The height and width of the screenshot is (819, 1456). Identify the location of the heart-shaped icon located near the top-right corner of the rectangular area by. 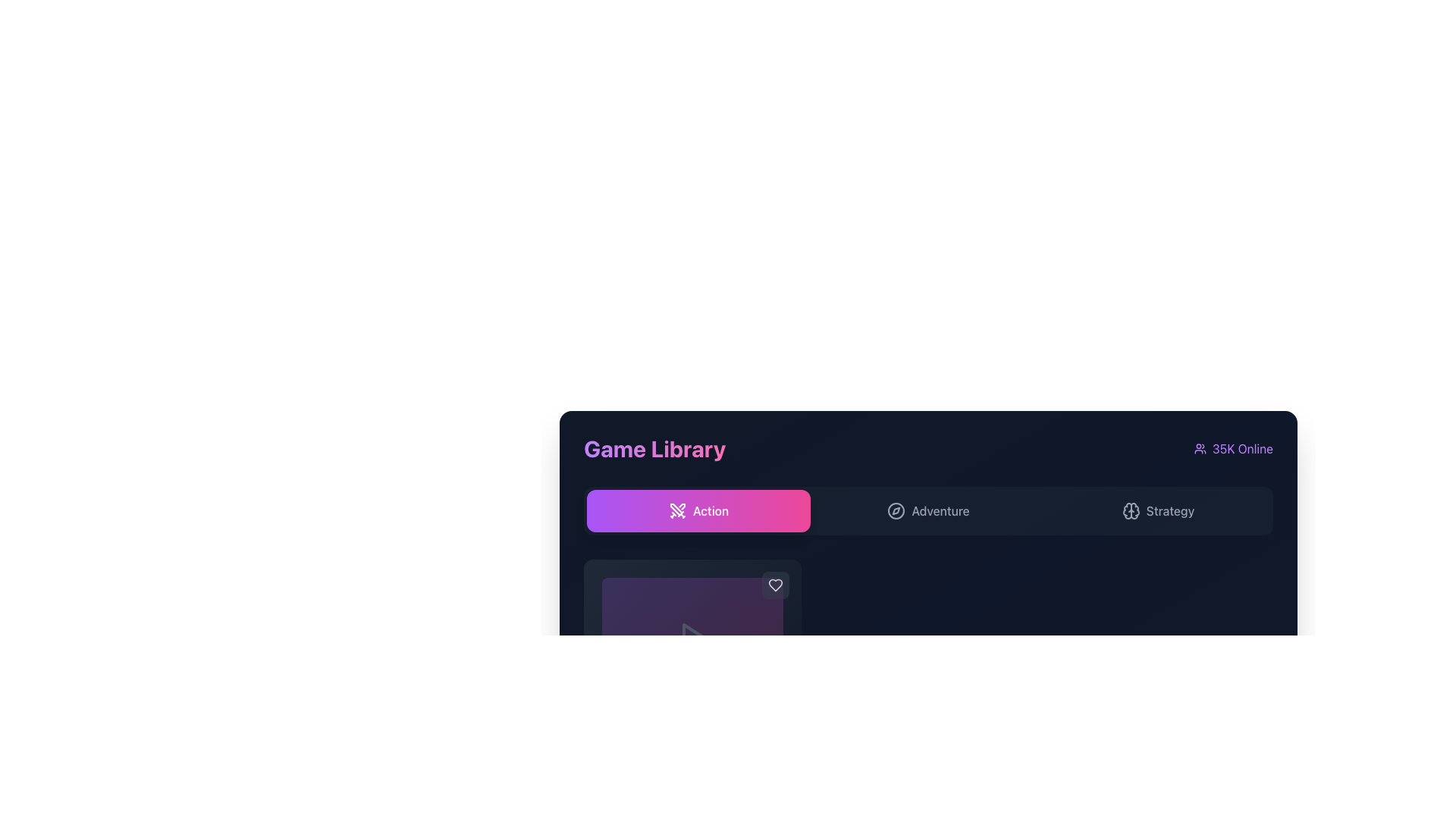
(775, 584).